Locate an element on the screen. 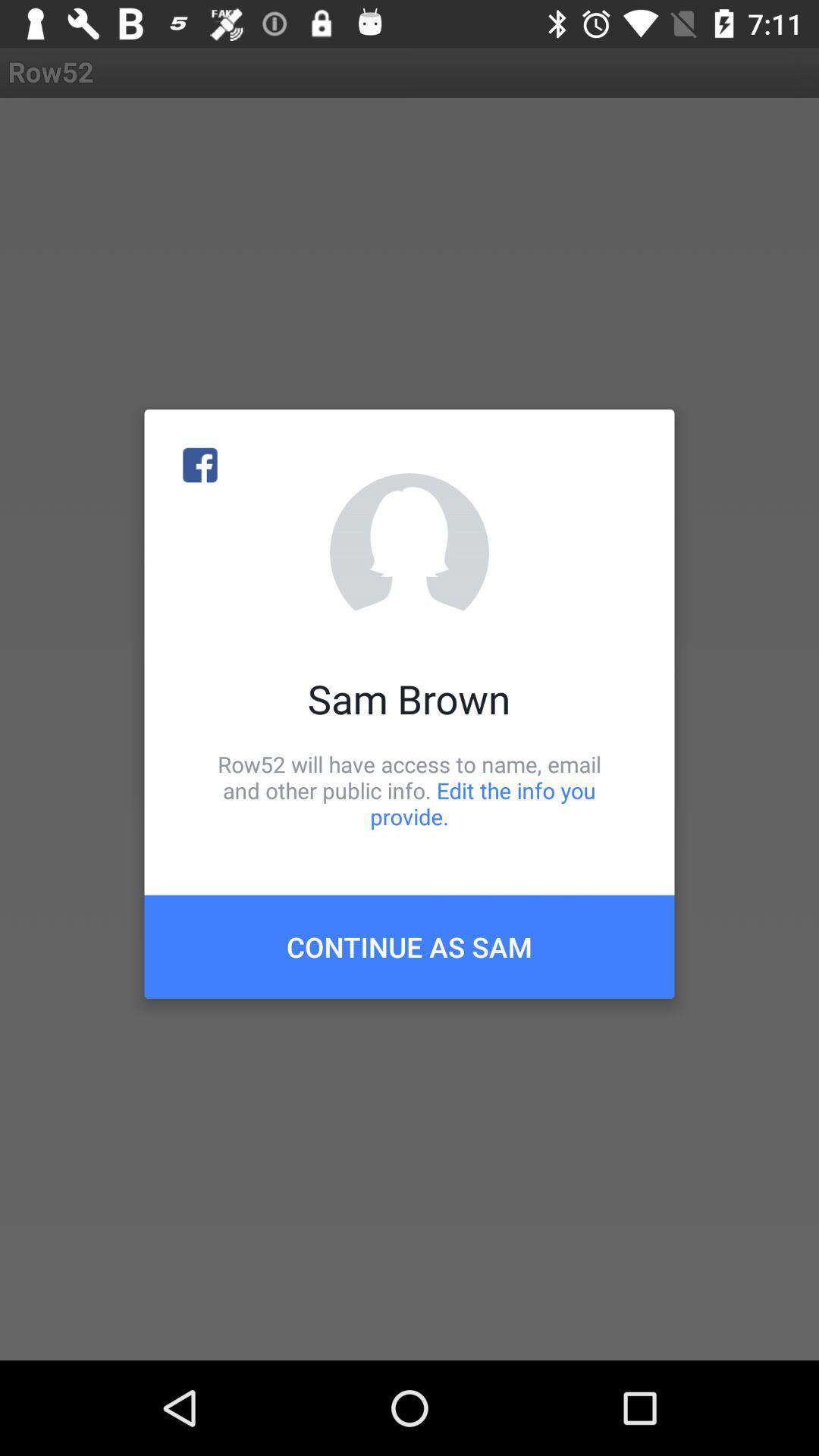 The image size is (819, 1456). item below the row52 will have icon is located at coordinates (409, 946).